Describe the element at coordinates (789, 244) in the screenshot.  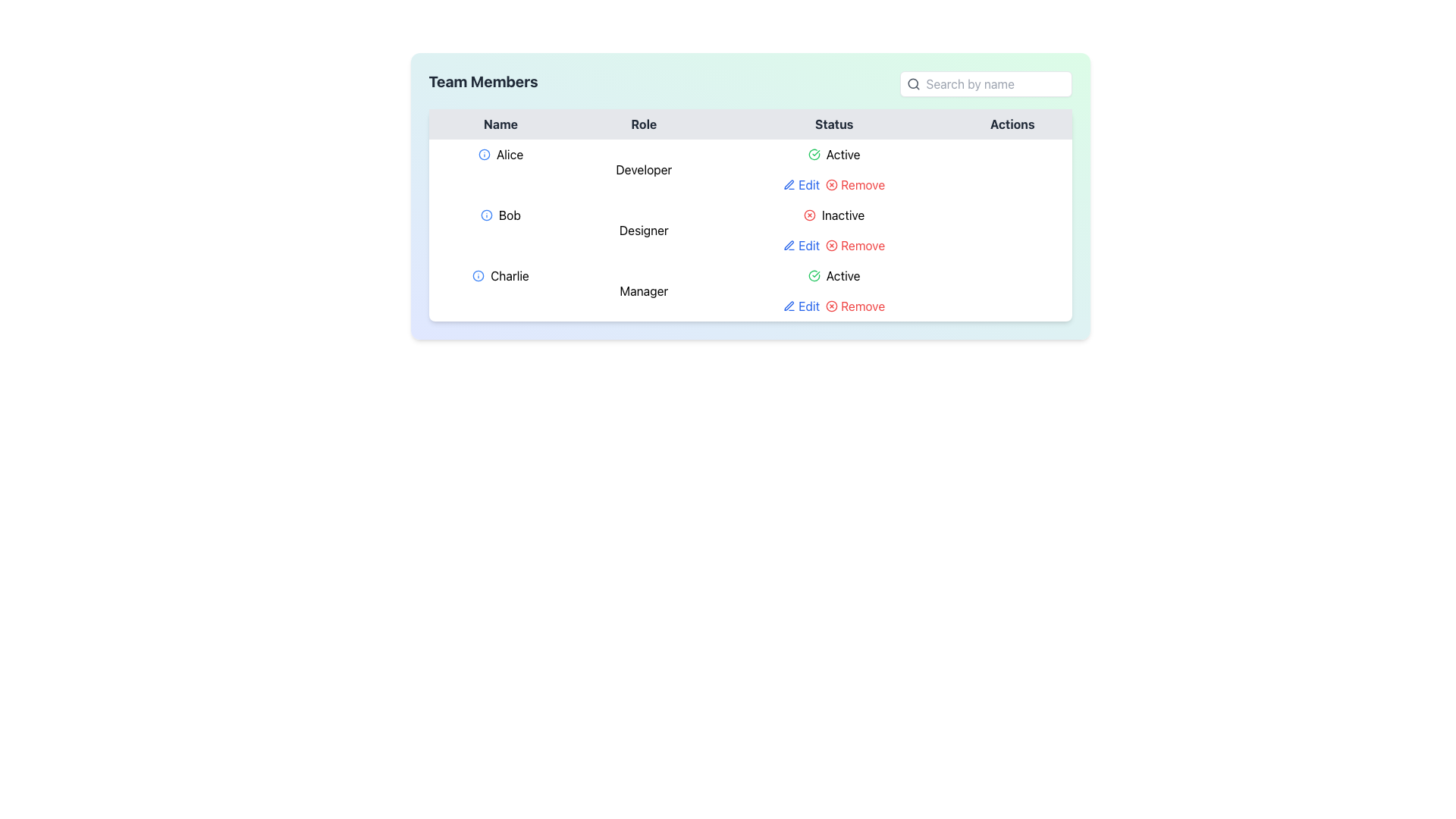
I see `the edit button in the 'Actions' column for the user record 'Bob' to initiate editing` at that location.